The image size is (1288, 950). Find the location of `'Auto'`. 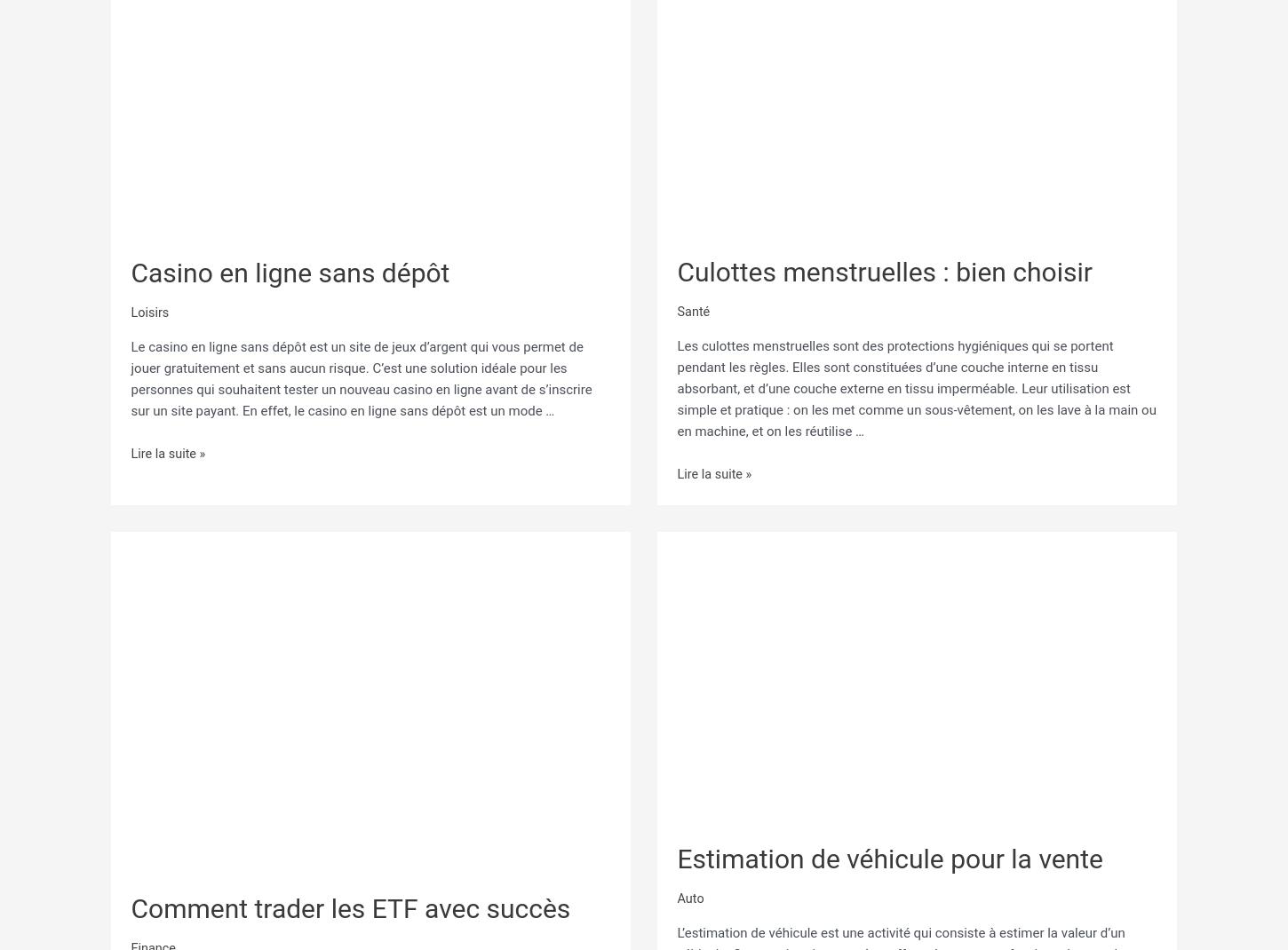

'Auto' is located at coordinates (690, 893).